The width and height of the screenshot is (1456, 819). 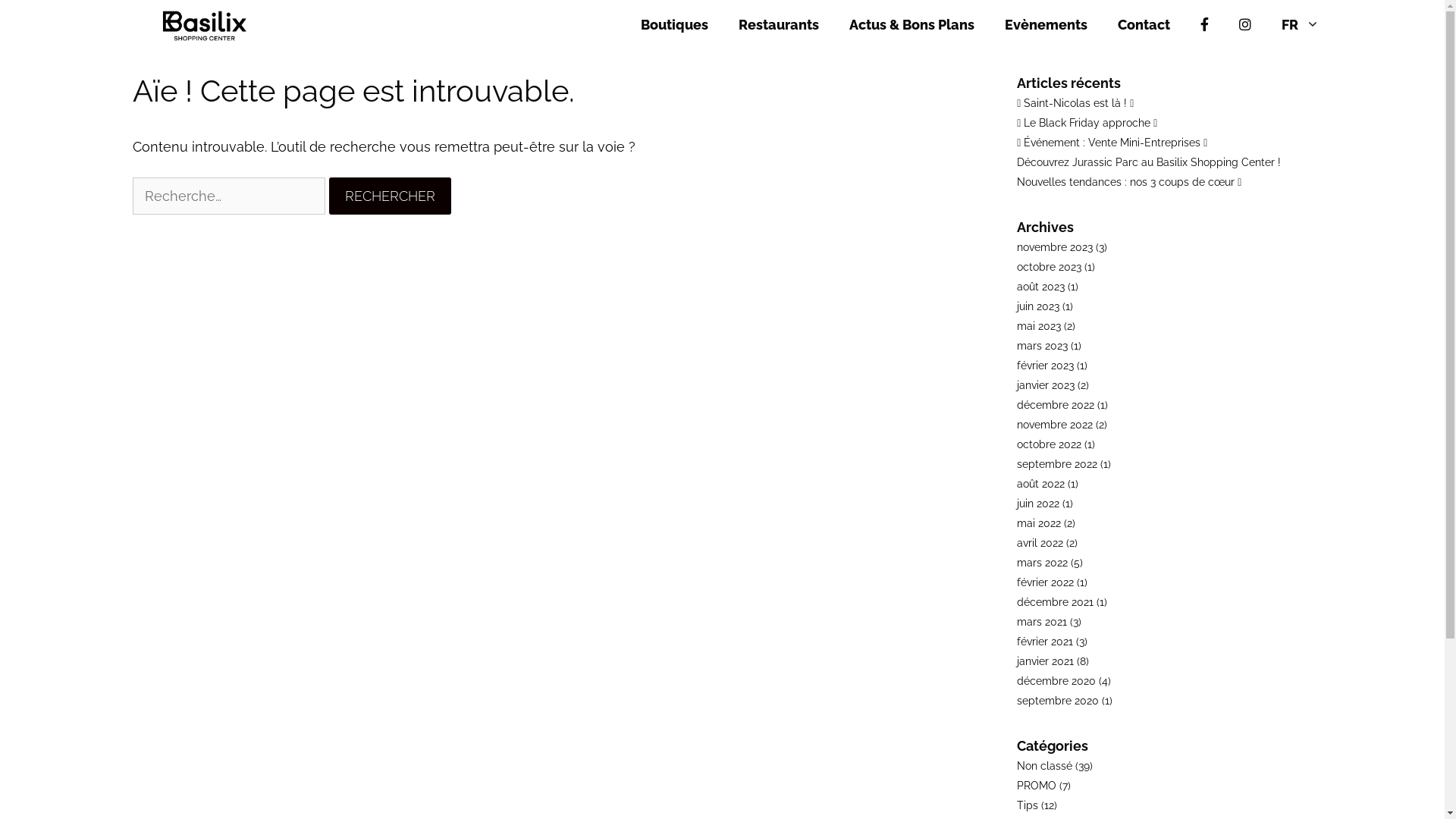 What do you see at coordinates (1041, 562) in the screenshot?
I see `'mars 2022'` at bounding box center [1041, 562].